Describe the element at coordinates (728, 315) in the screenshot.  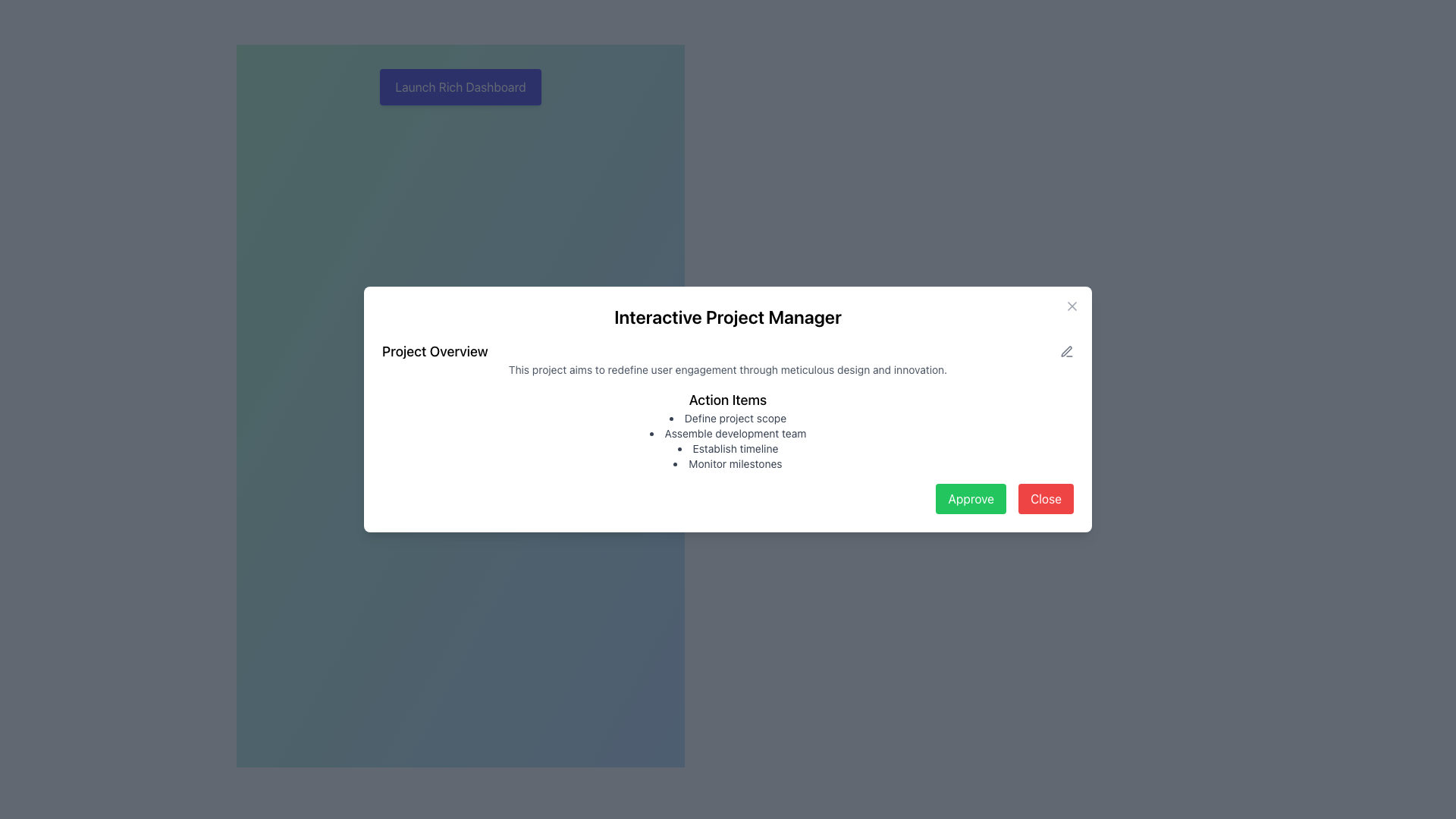
I see `the text element displaying 'Interactive Project Manager', which is bold and large-sized, centrally aligned at the top of the modal popup` at that location.